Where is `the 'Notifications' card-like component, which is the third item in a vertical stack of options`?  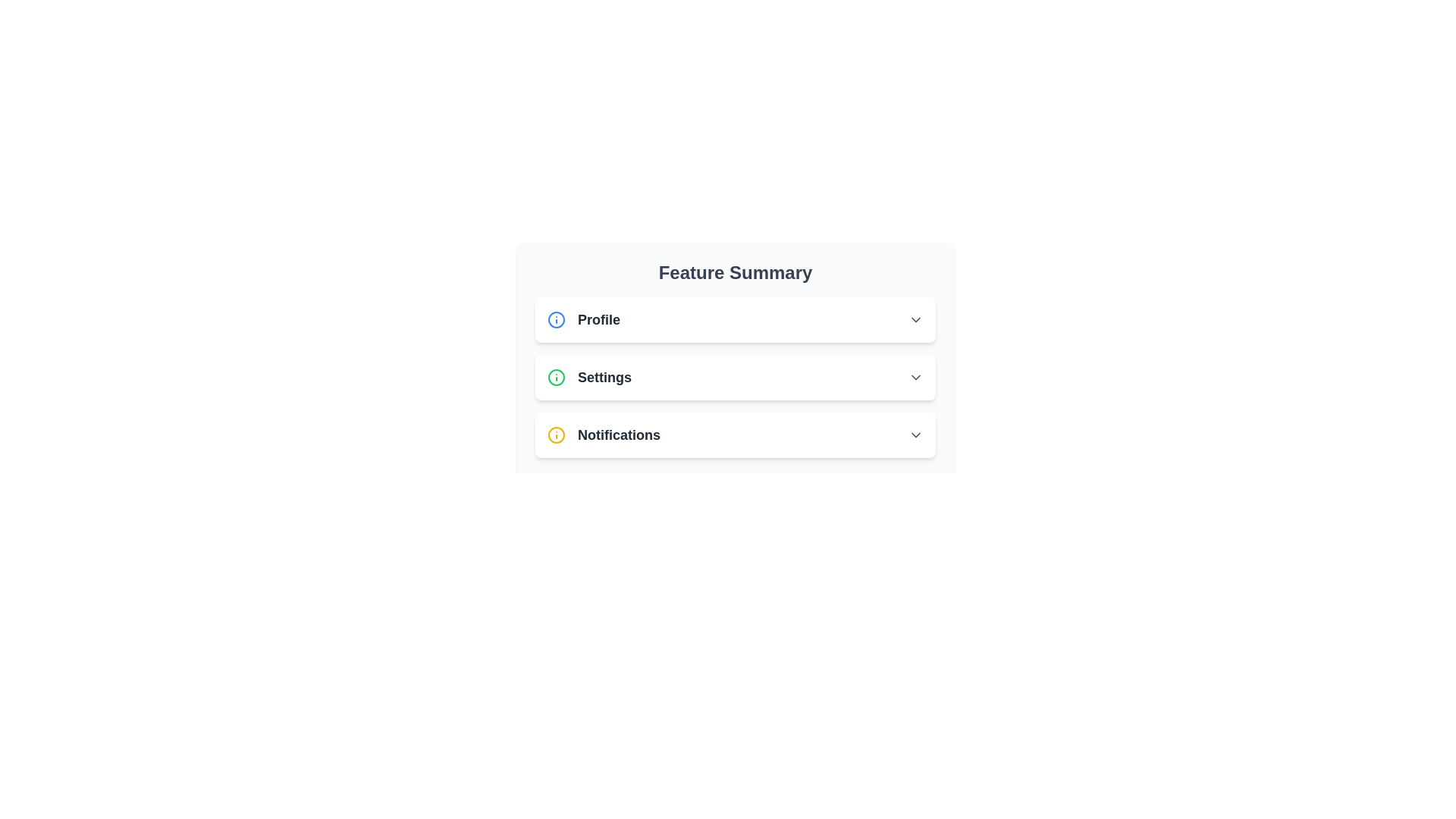 the 'Notifications' card-like component, which is the third item in a vertical stack of options is located at coordinates (735, 435).